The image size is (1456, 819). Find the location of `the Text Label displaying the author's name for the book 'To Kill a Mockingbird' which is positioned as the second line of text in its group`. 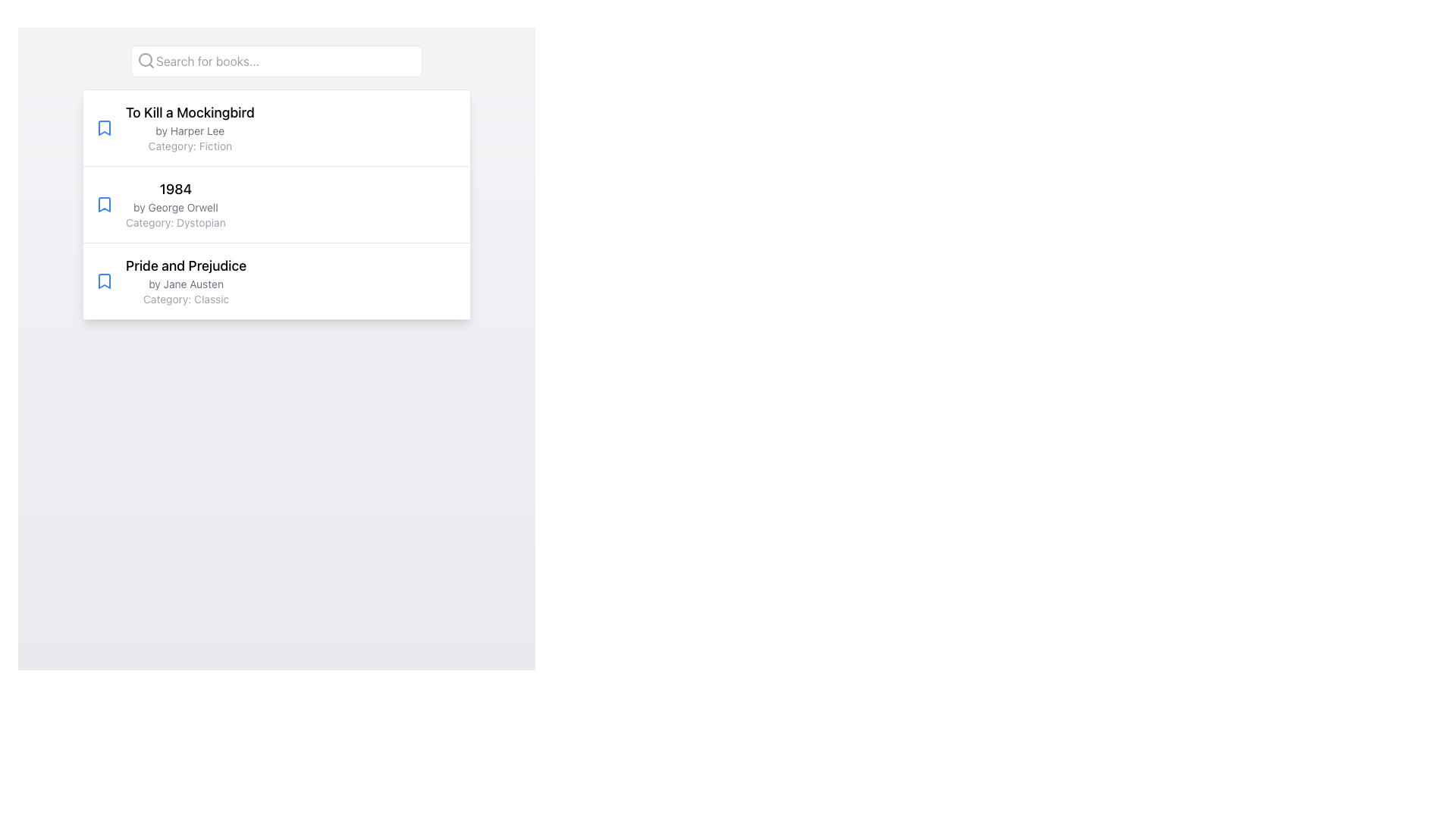

the Text Label displaying the author's name for the book 'To Kill a Mockingbird' which is positioned as the second line of text in its group is located at coordinates (189, 130).